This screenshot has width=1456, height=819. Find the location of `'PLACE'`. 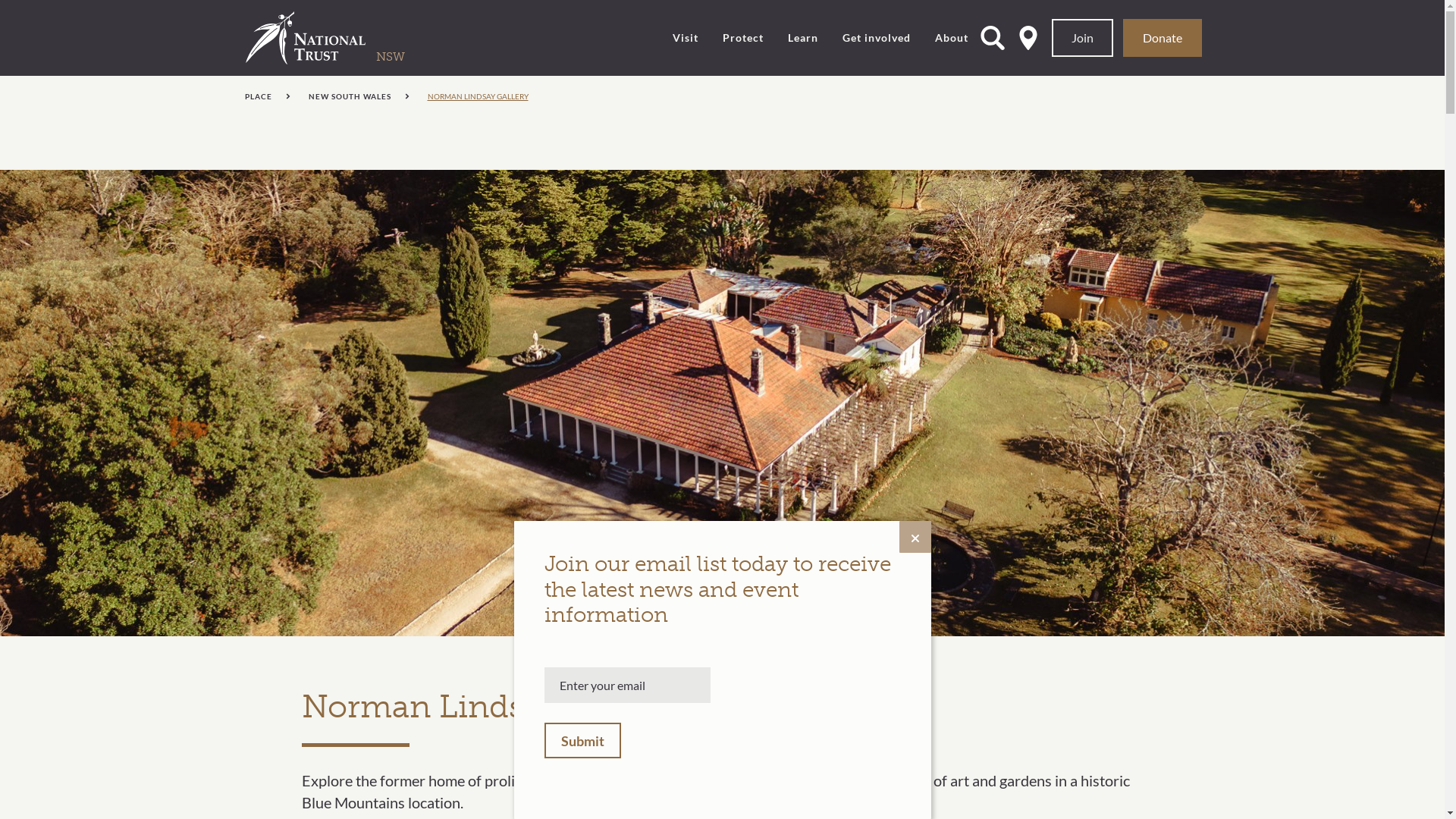

'PLACE' is located at coordinates (266, 96).